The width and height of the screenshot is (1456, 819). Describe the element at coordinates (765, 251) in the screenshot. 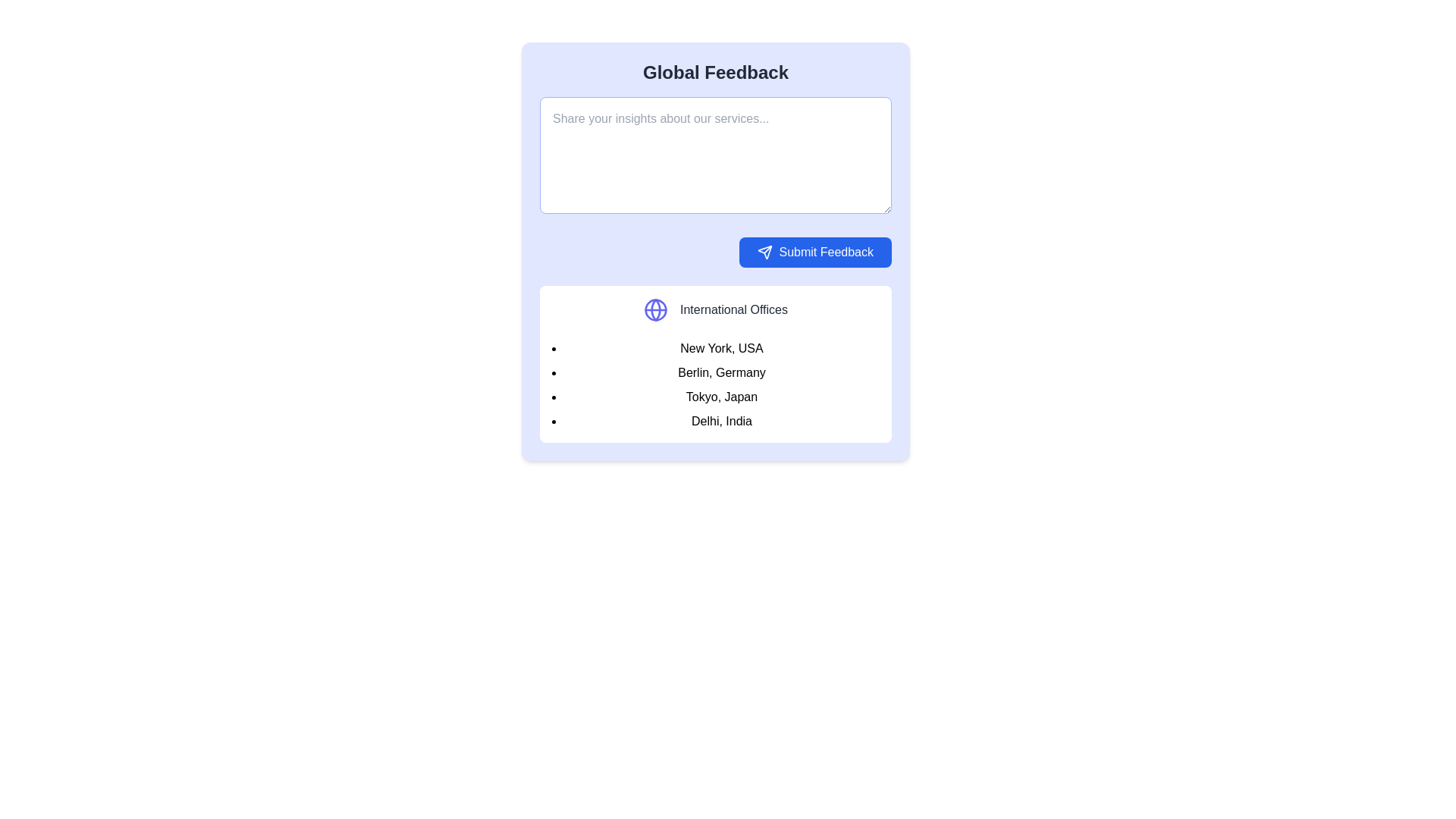

I see `the 'Submit Feedback' button, which is visually enhanced by the icon located to the immediate left of the text within a blue button below a text area in the central panel` at that location.